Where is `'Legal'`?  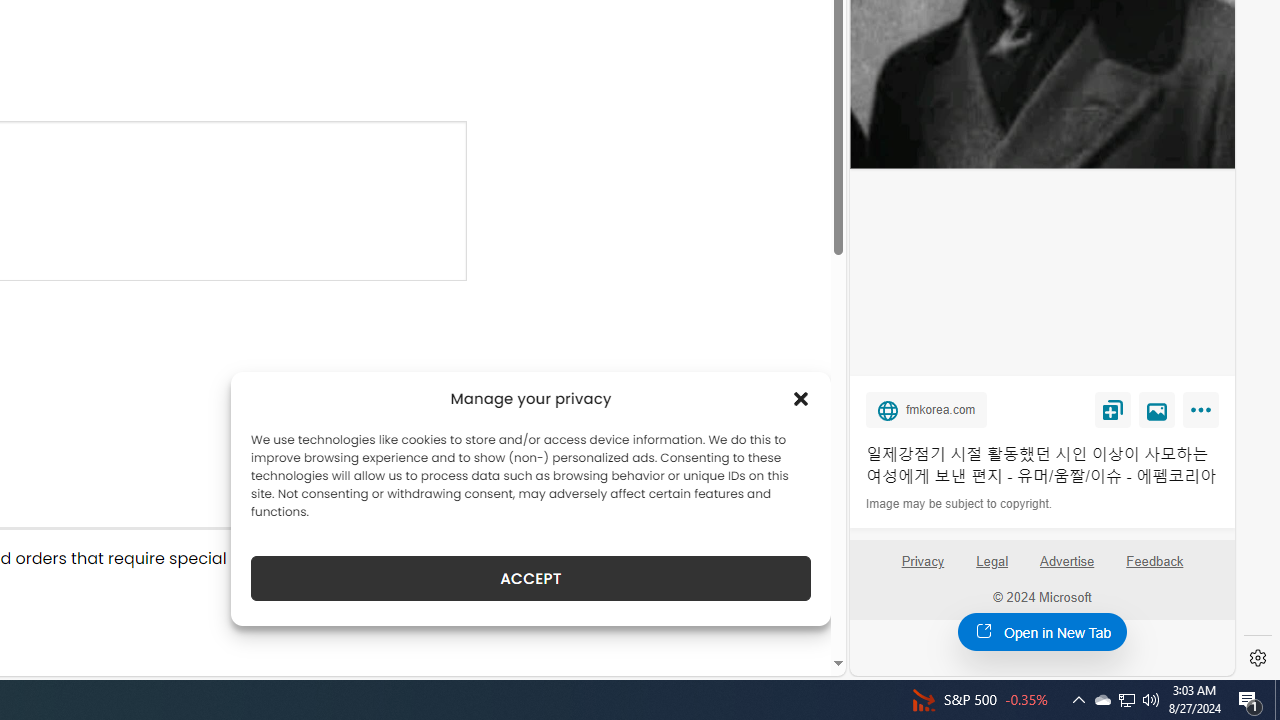
'Legal' is located at coordinates (992, 570).